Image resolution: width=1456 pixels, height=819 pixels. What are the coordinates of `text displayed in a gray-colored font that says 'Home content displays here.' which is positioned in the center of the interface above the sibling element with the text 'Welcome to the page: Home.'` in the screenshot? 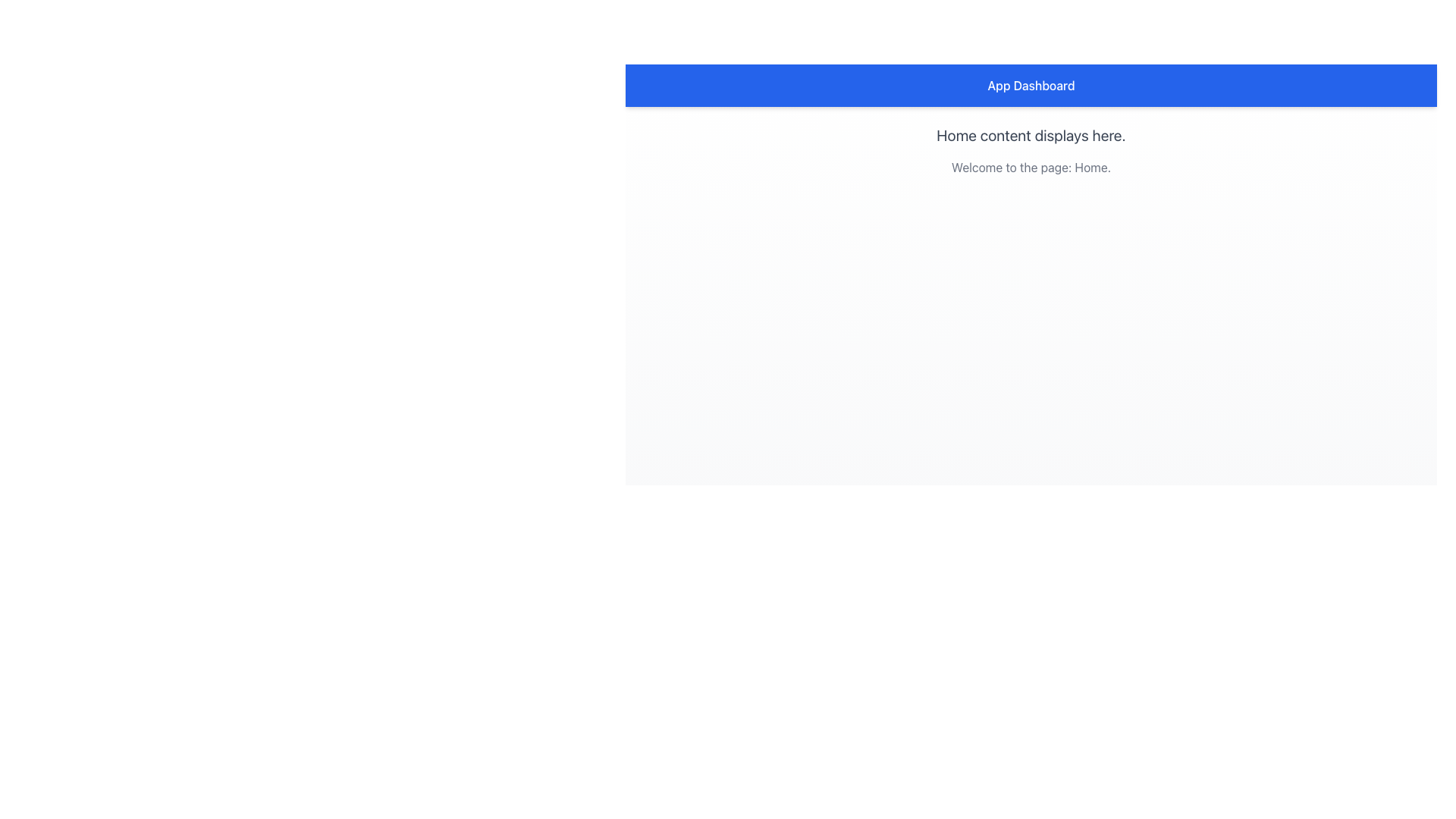 It's located at (1031, 134).